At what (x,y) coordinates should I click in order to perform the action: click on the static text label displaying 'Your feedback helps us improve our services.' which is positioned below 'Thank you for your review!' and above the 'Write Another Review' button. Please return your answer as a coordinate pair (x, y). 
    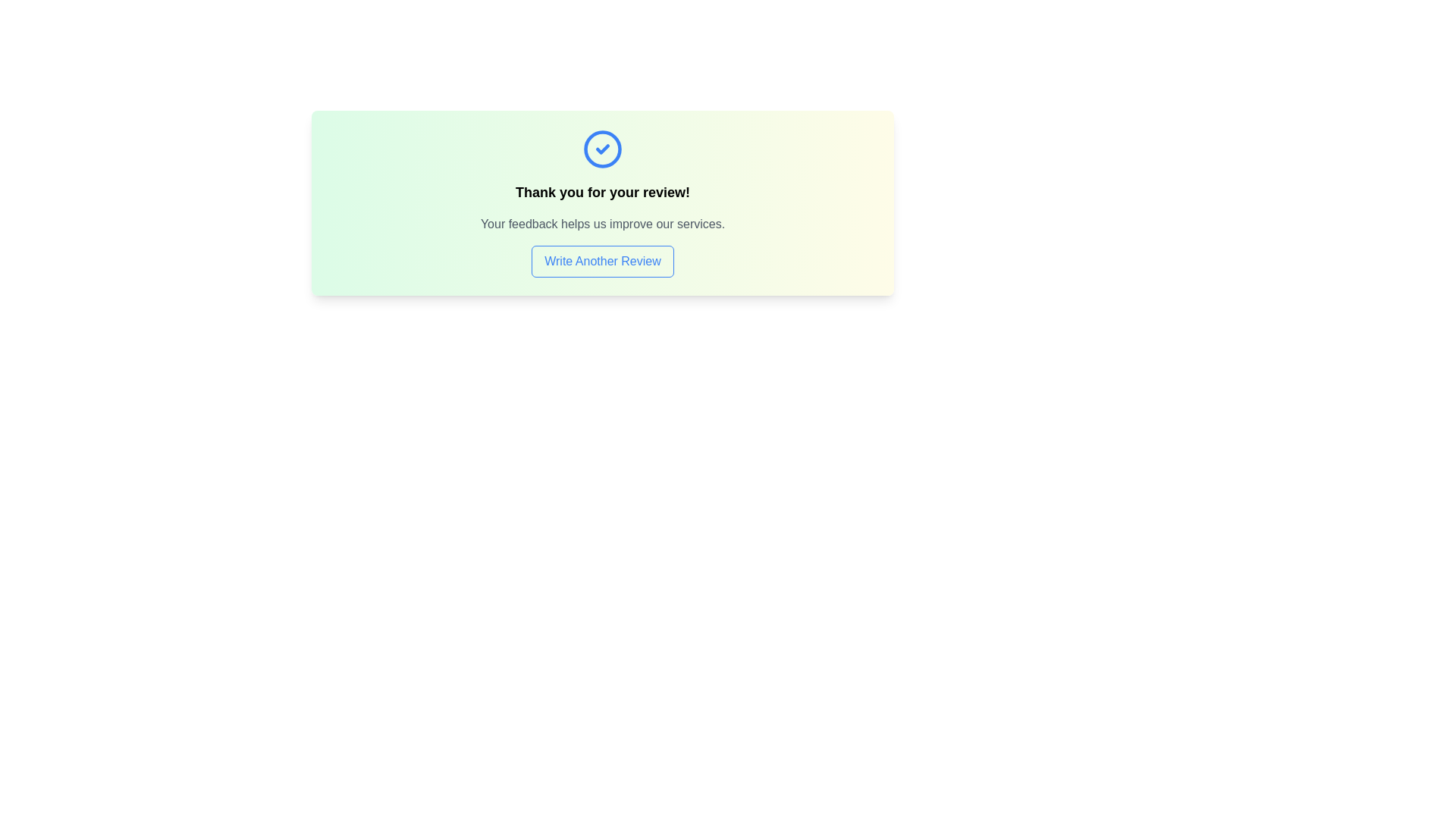
    Looking at the image, I should click on (602, 224).